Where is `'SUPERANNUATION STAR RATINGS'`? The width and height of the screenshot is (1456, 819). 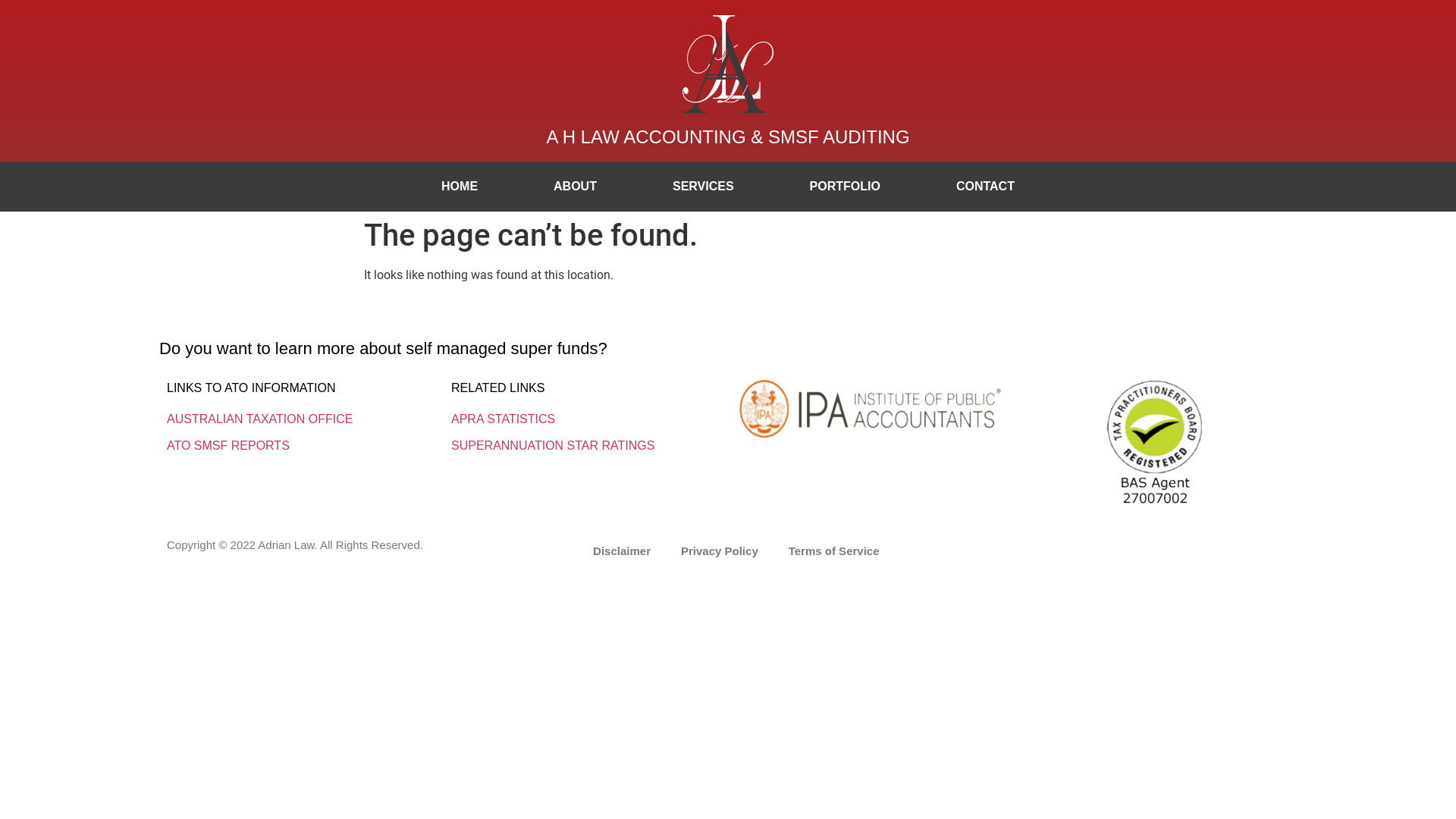
'SUPERANNUATION STAR RATINGS' is located at coordinates (552, 444).